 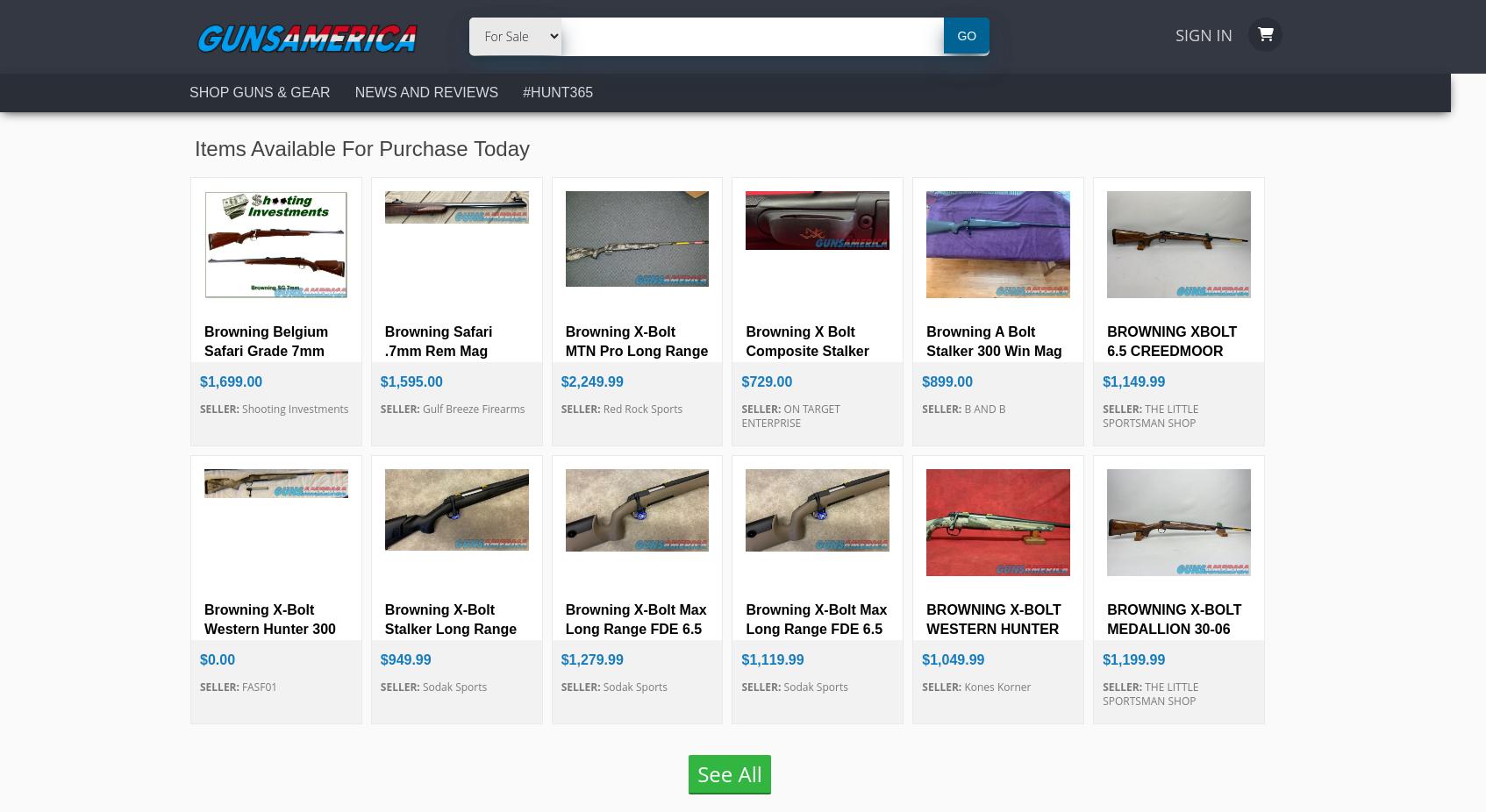 What do you see at coordinates (1171, 341) in the screenshot?
I see `'BROWNING XBOLT 6.5 CREEDMOOR'` at bounding box center [1171, 341].